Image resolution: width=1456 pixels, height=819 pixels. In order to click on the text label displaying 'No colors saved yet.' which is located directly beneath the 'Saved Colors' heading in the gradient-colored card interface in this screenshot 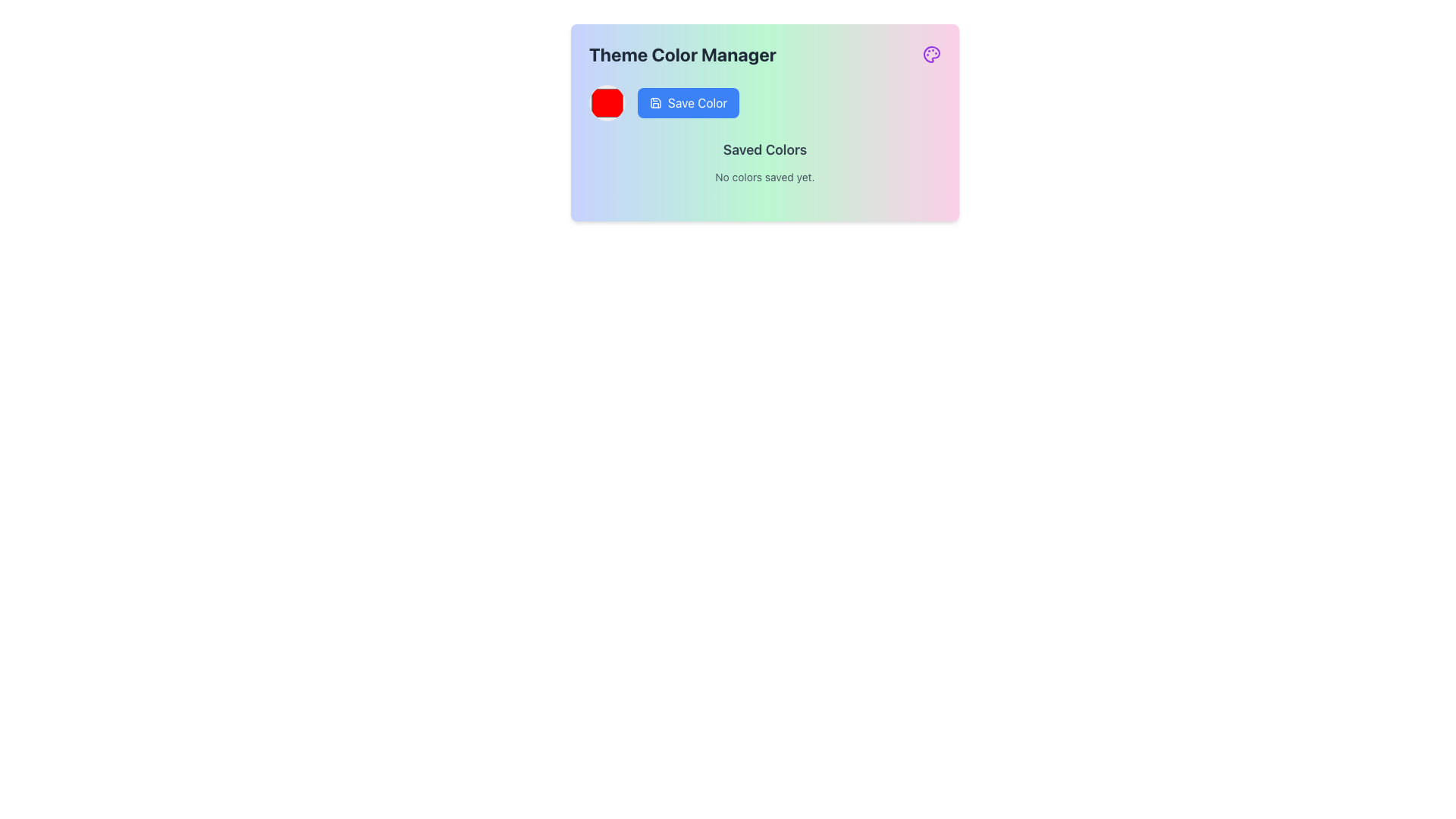, I will do `click(764, 177)`.